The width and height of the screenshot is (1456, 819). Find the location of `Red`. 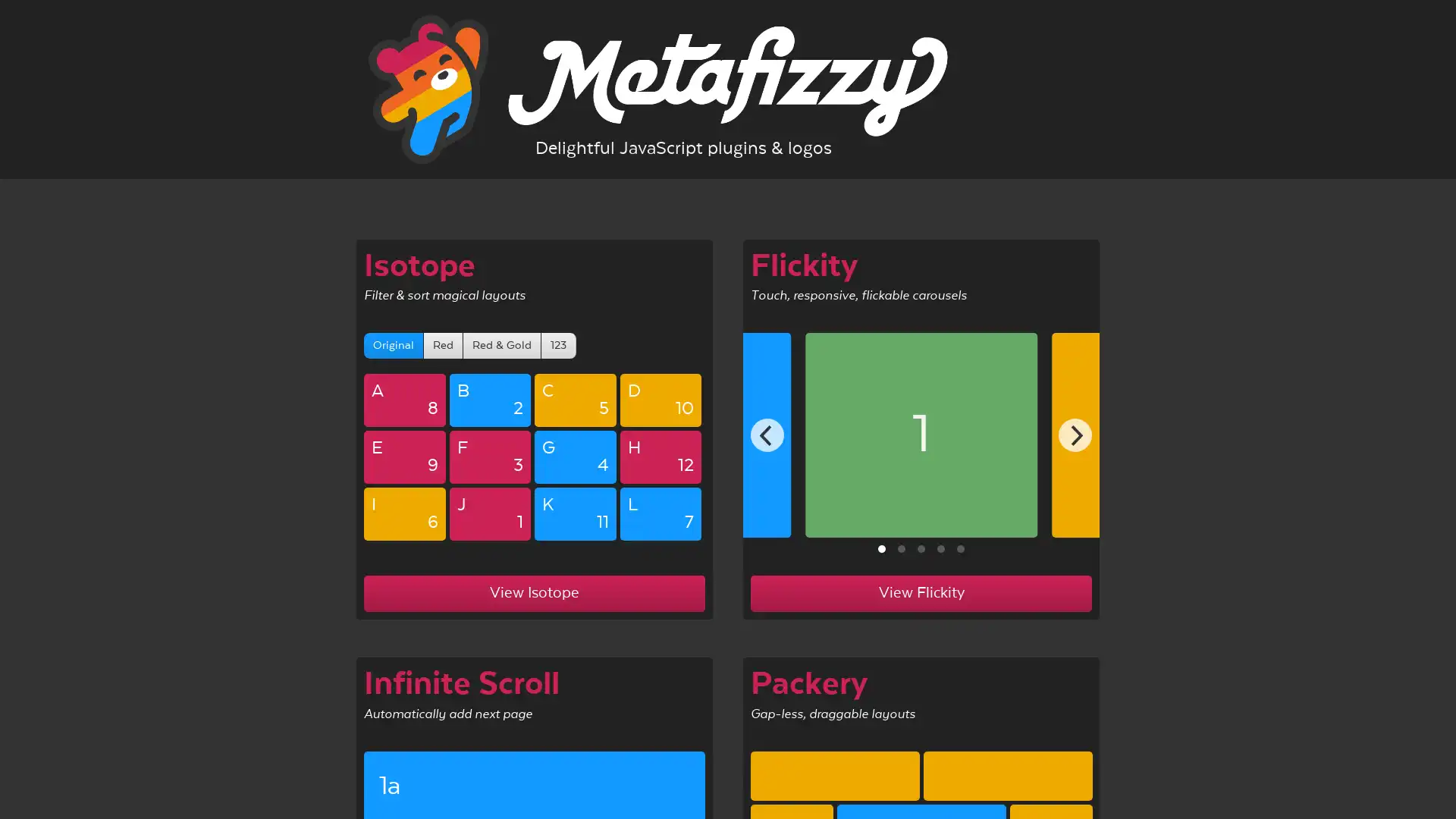

Red is located at coordinates (442, 345).